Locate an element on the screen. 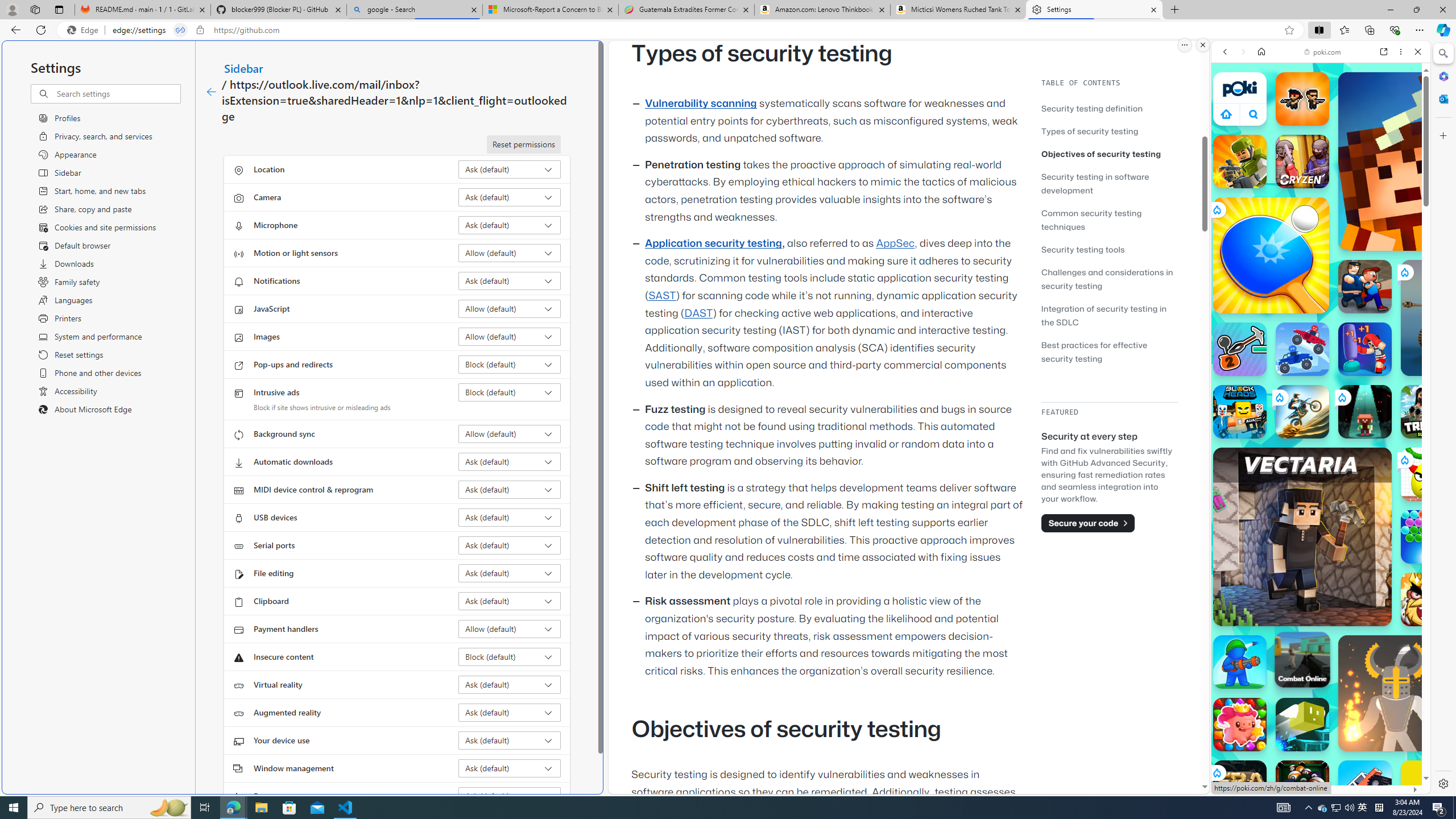 The width and height of the screenshot is (1456, 819). 'Io Games' is located at coordinates (1319, 350).